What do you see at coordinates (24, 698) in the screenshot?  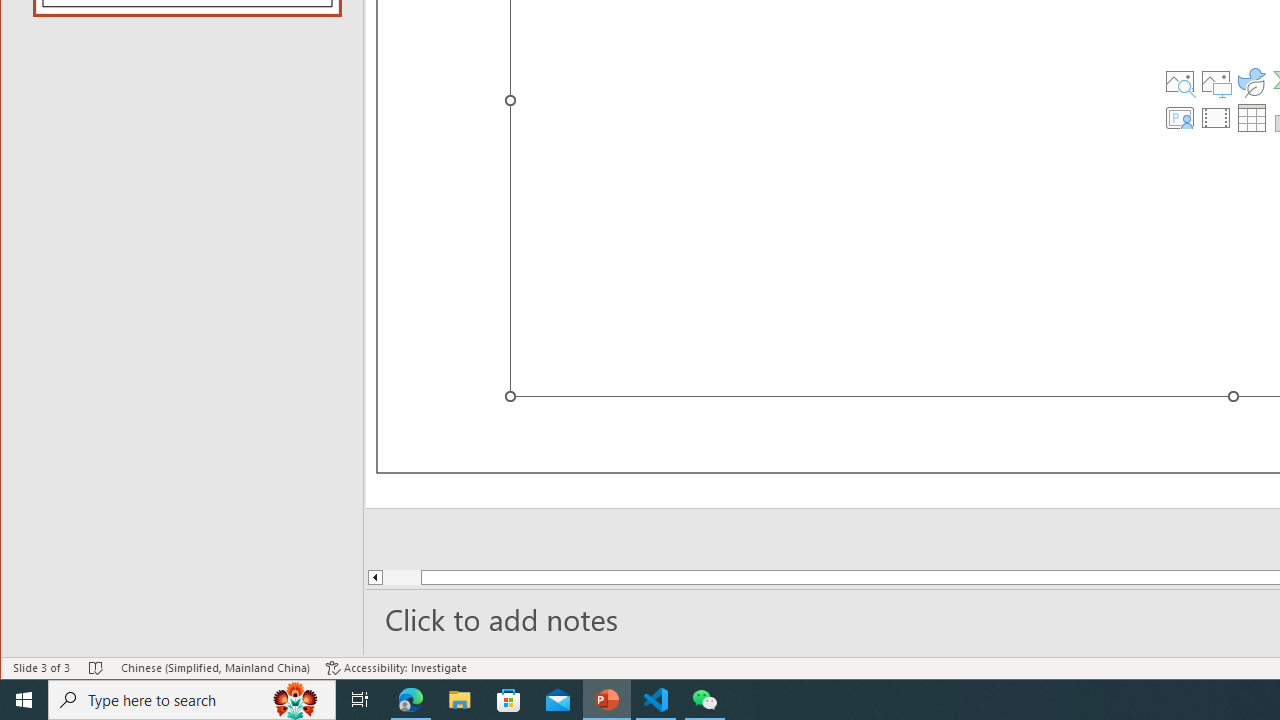 I see `'Start'` at bounding box center [24, 698].